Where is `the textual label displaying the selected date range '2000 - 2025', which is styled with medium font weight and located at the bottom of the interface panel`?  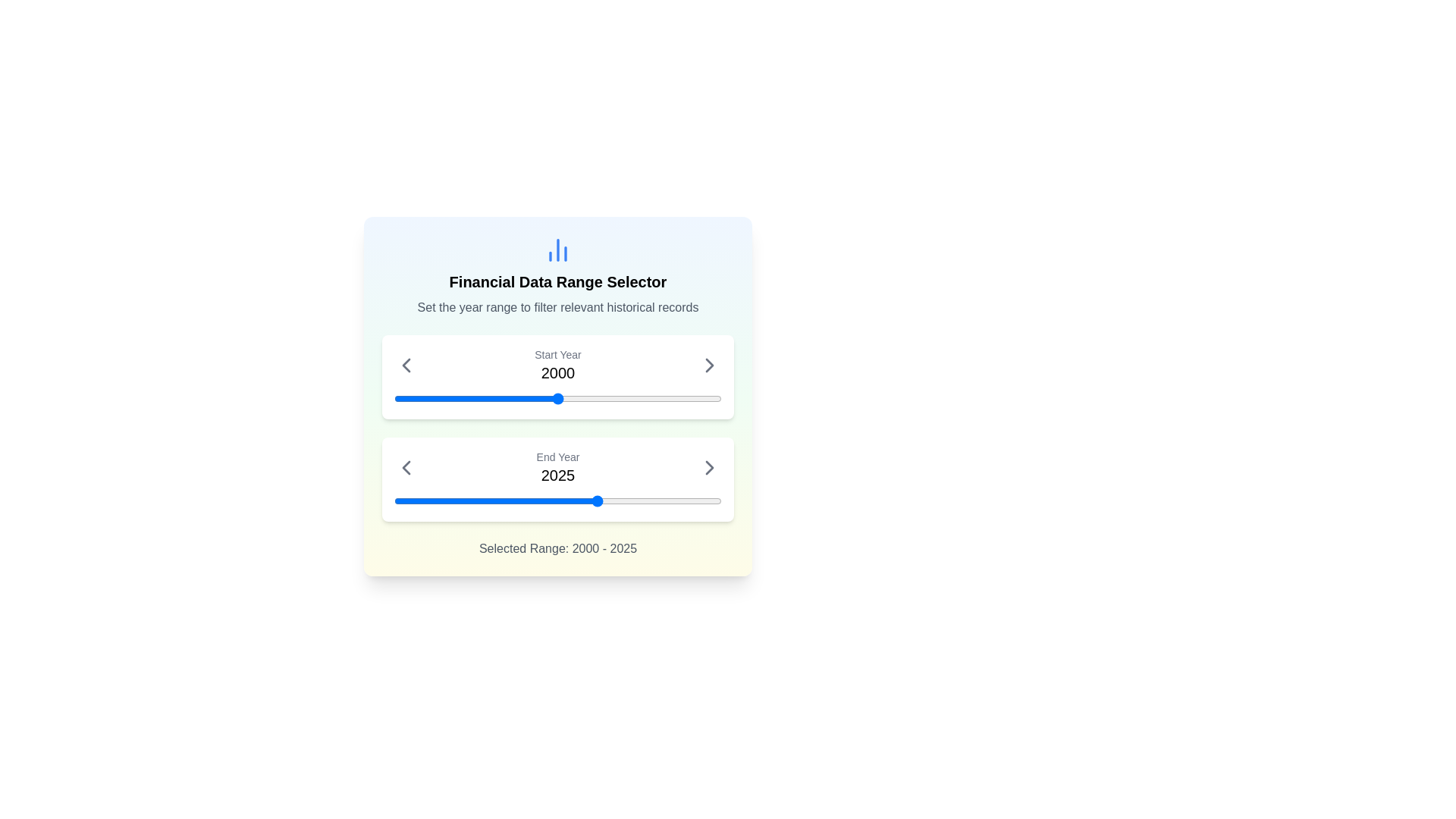
the textual label displaying the selected date range '2000 - 2025', which is styled with medium font weight and located at the bottom of the interface panel is located at coordinates (604, 548).